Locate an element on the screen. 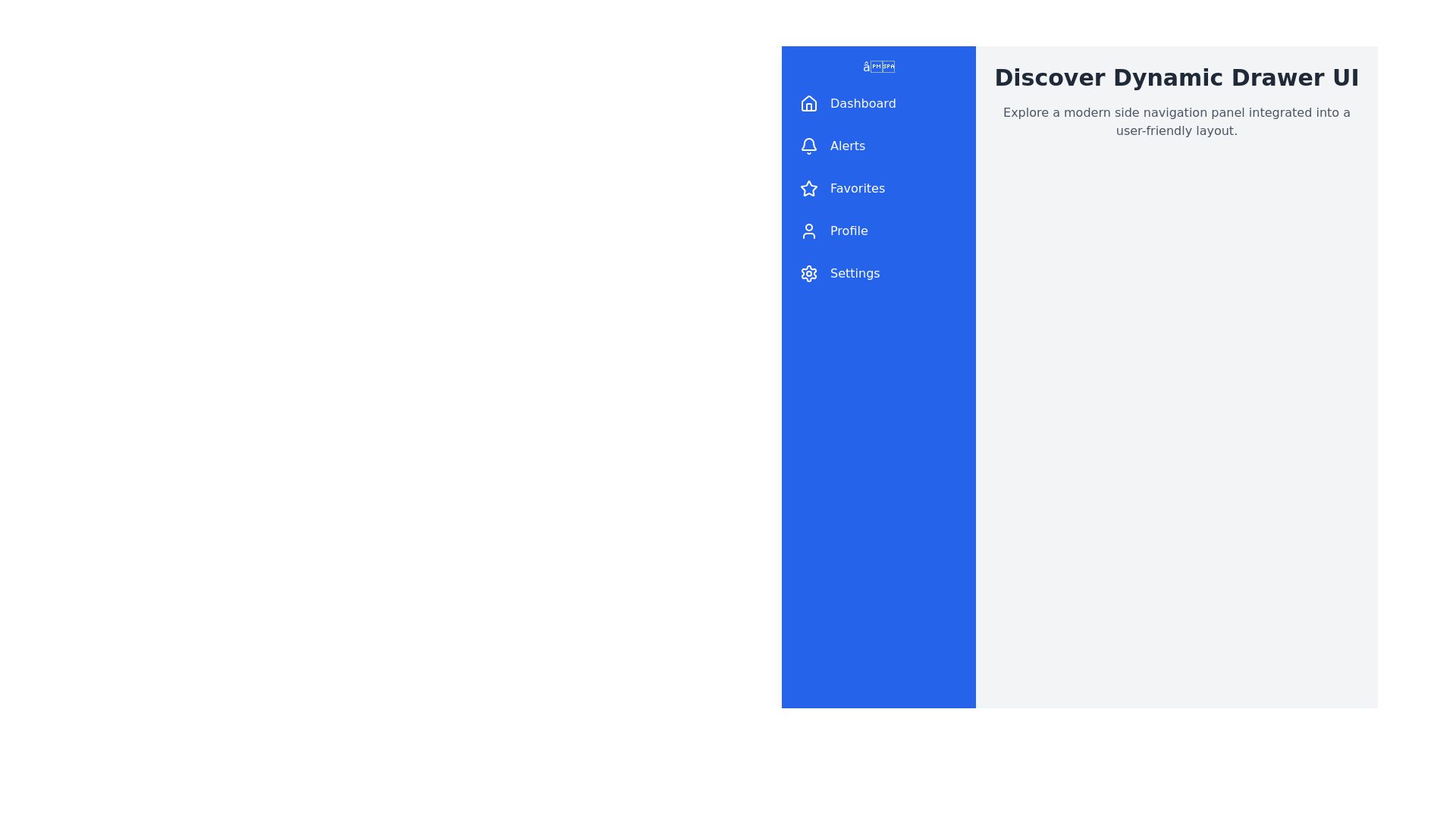 The image size is (1456, 819). the Text Label that serves as a branding marker for the navigation panel, positioned at the top above navigation options is located at coordinates (878, 66).